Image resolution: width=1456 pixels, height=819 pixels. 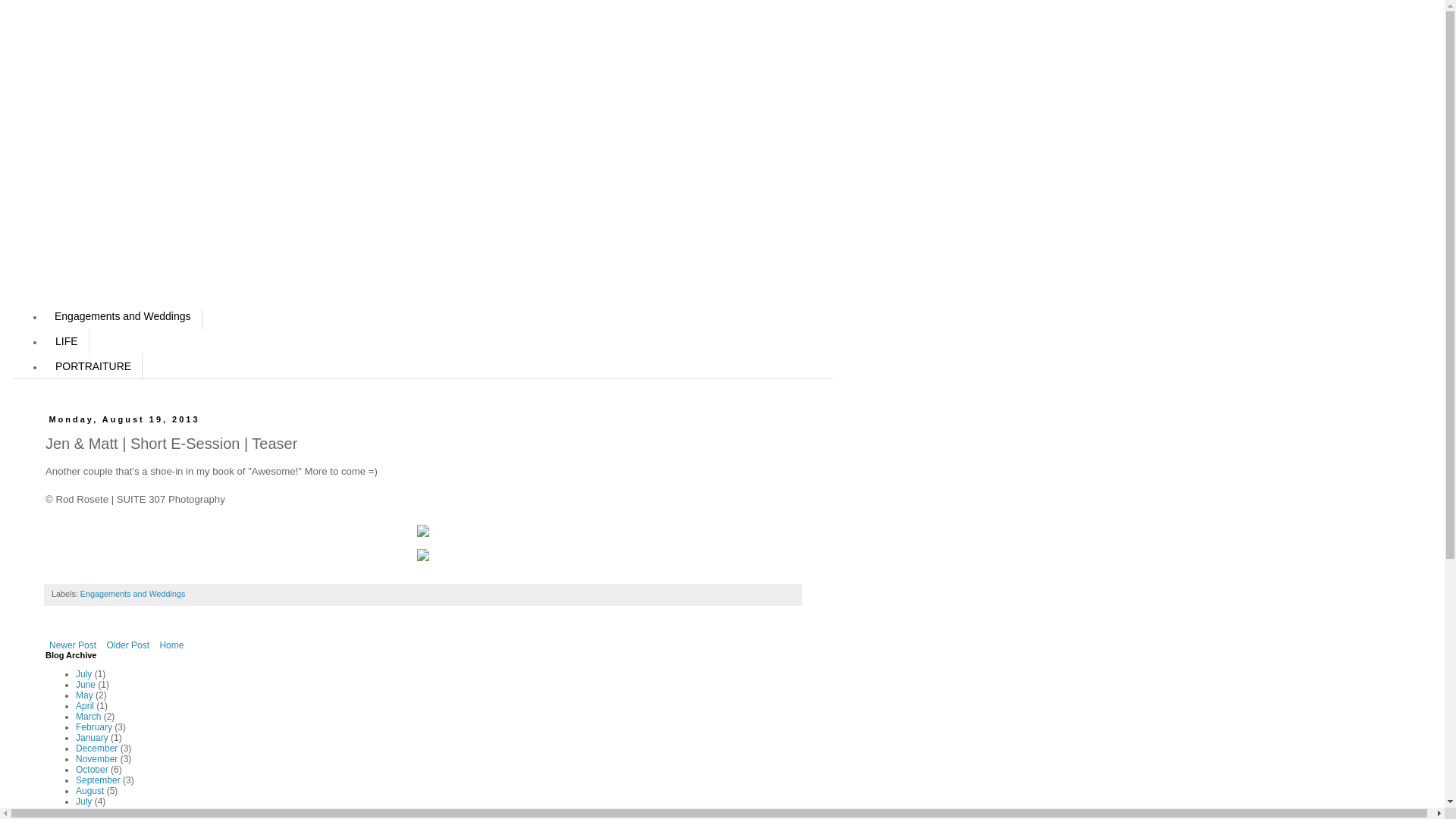 I want to click on 'Engagements and Weddings', so click(x=43, y=315).